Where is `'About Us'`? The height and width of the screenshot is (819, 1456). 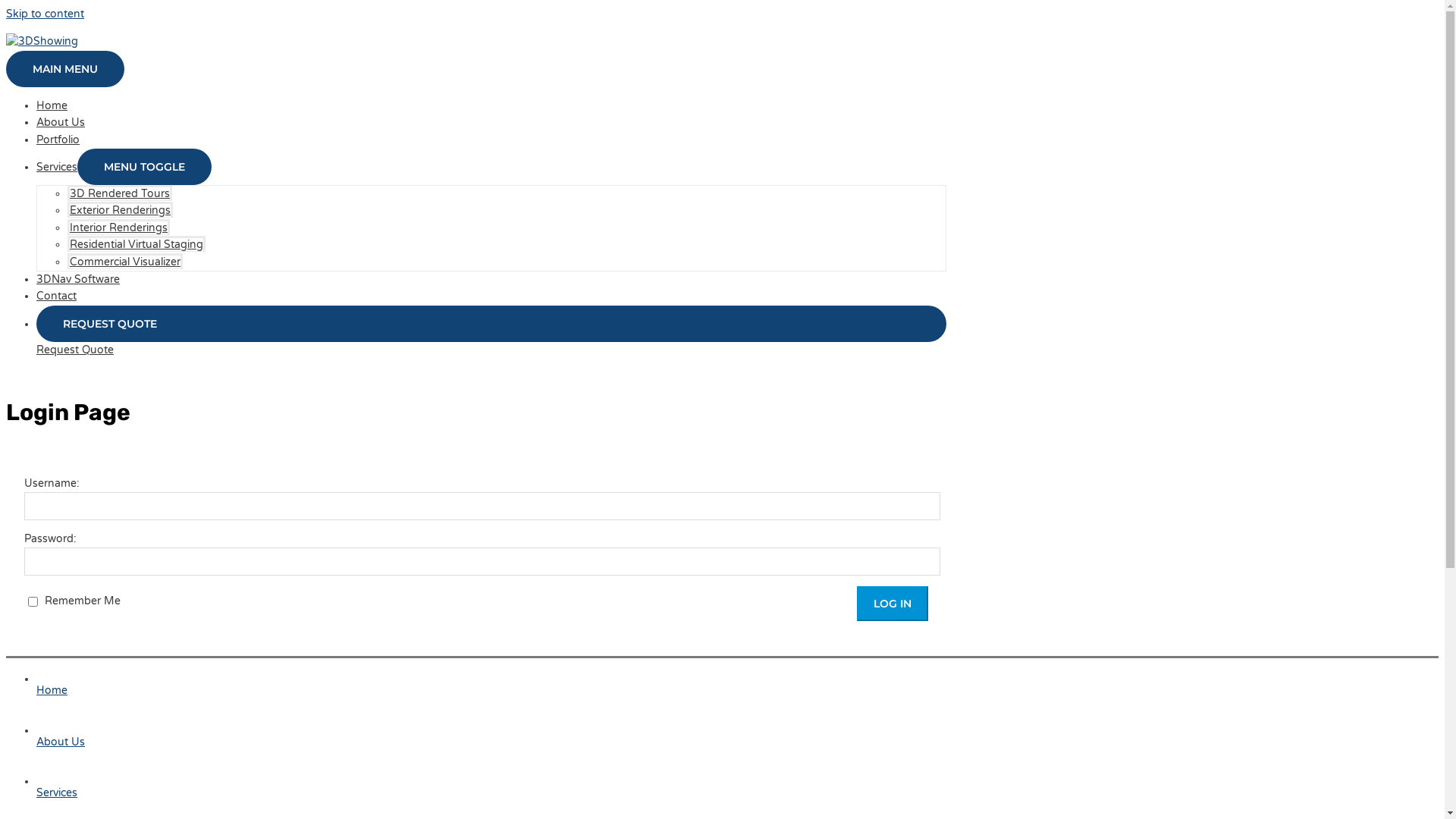 'About Us' is located at coordinates (61, 121).